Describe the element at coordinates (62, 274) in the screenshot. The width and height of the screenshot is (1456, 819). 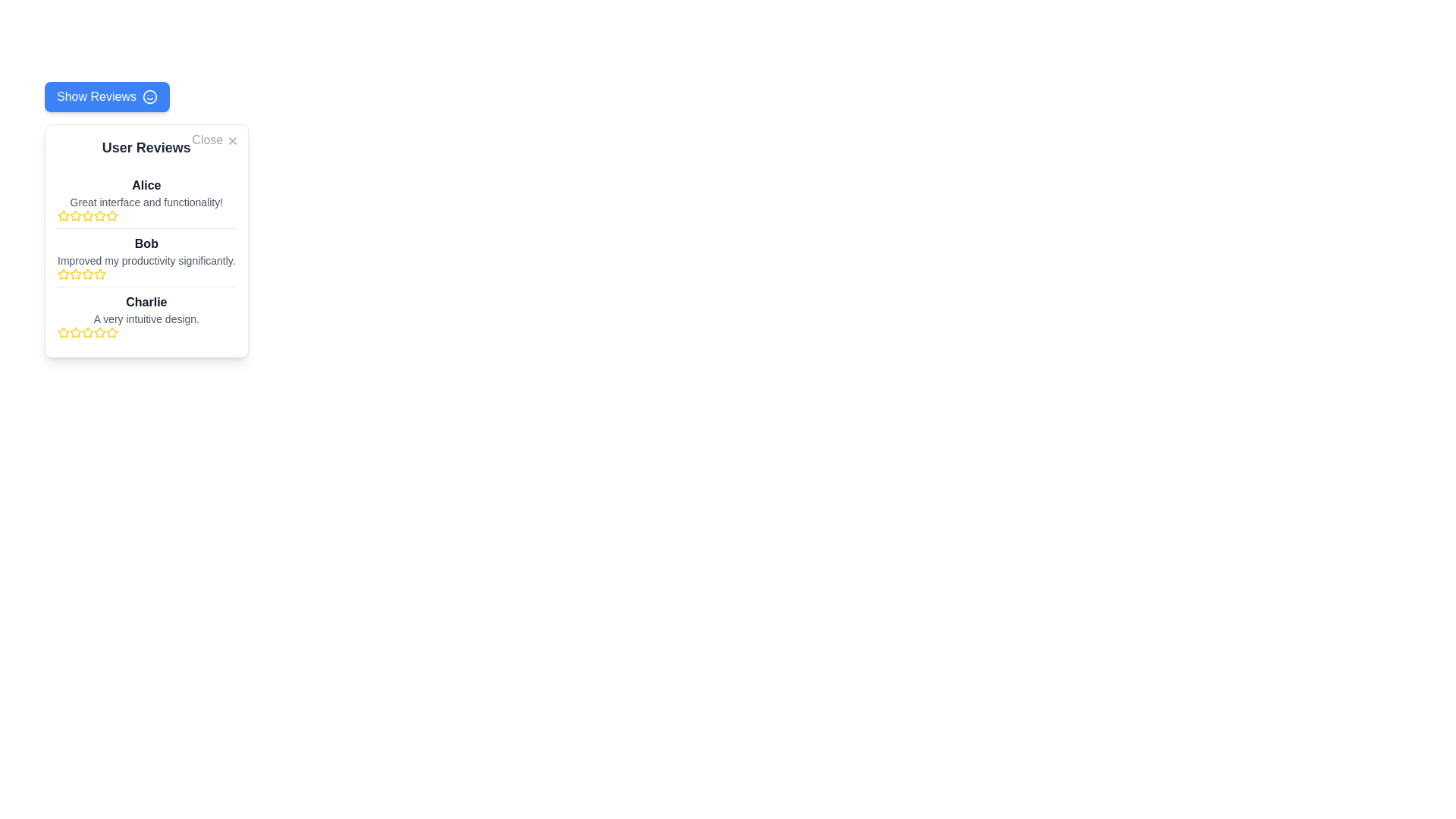
I see `the second star` at that location.